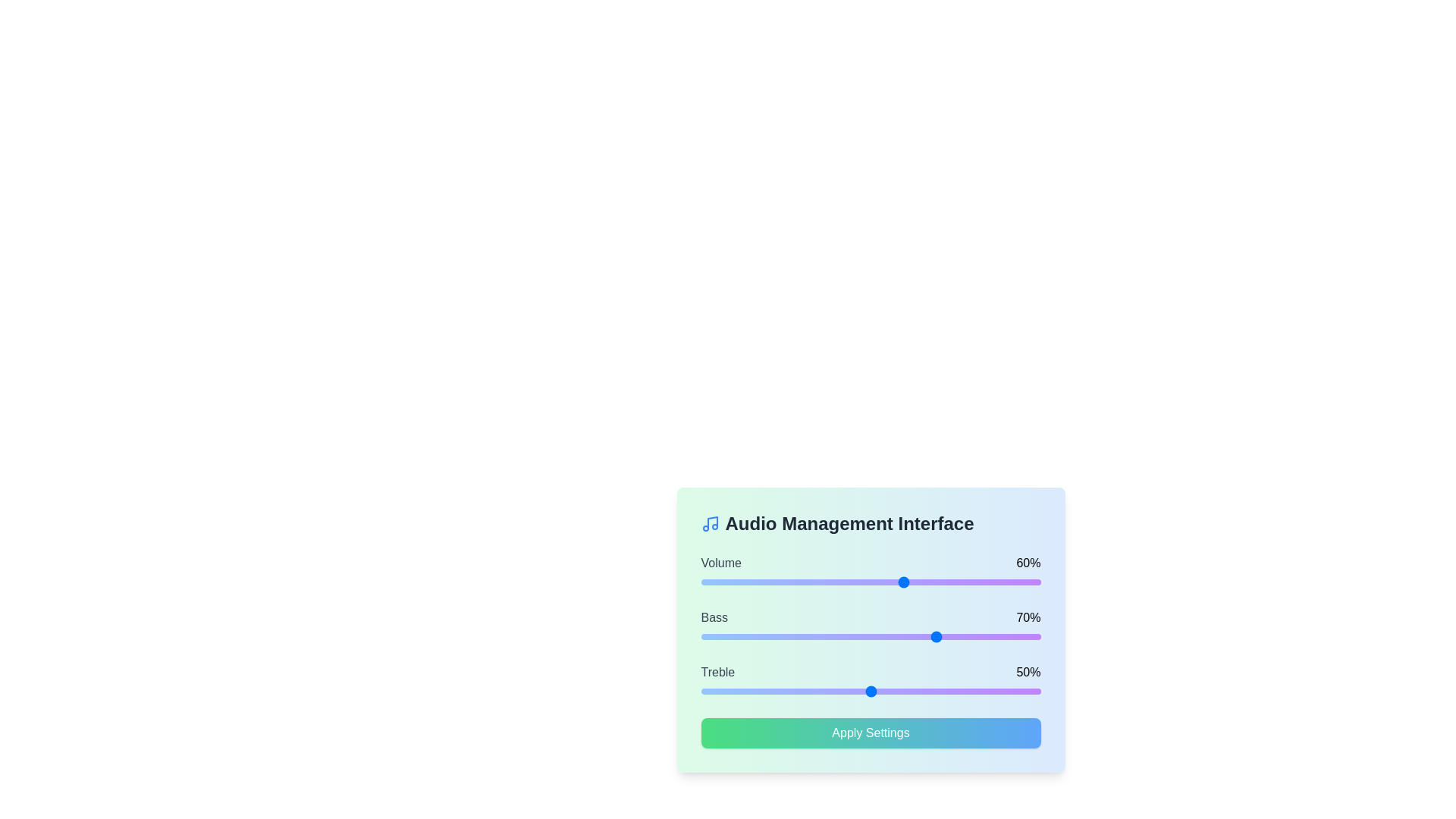  I want to click on text of the heading element that indicates the section related to audio management settings, located at the top of the rounded box with a gradient background, so click(871, 522).